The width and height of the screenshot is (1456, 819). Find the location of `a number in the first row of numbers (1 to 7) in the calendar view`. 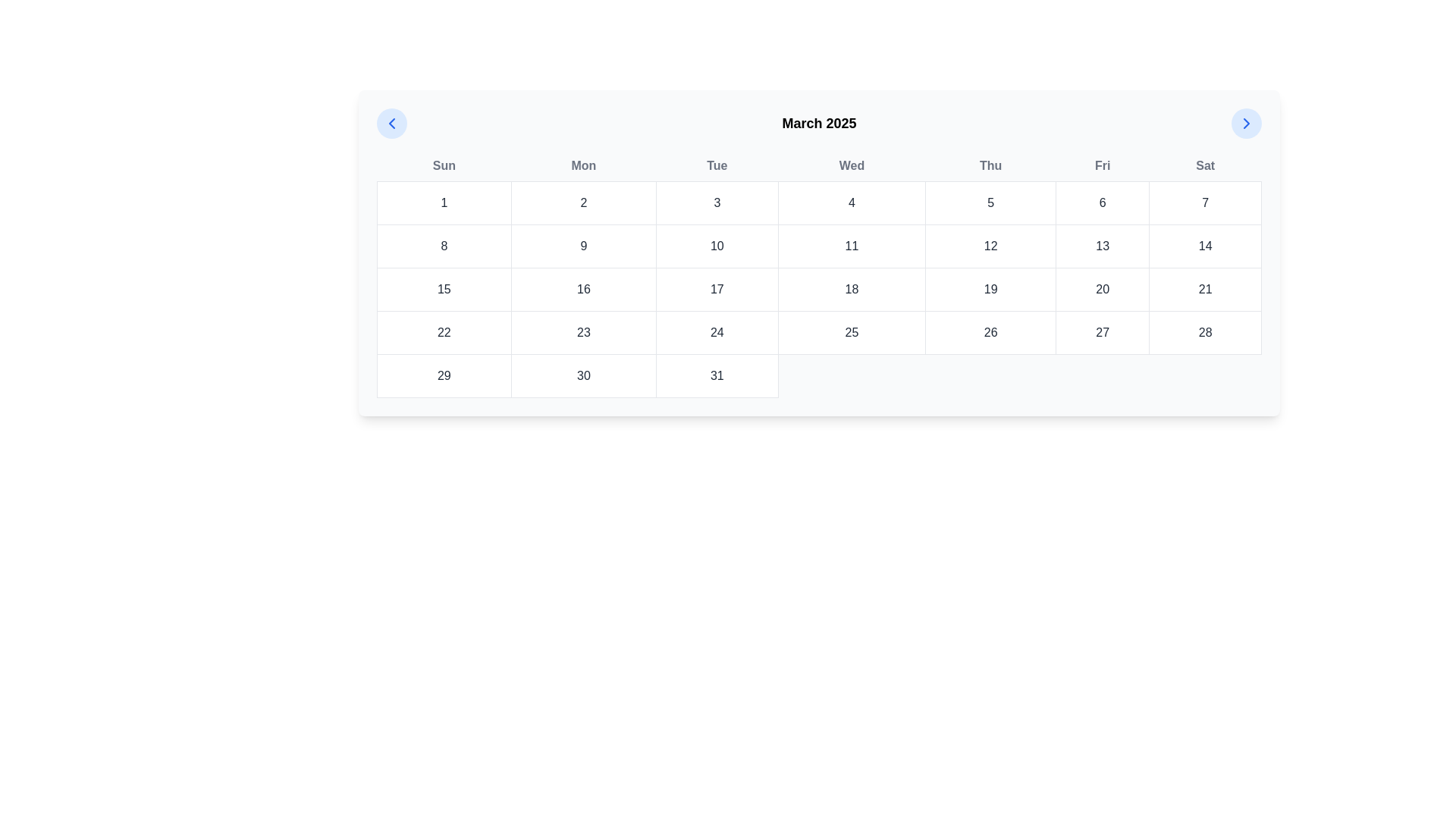

a number in the first row of numbers (1 to 7) in the calendar view is located at coordinates (818, 202).